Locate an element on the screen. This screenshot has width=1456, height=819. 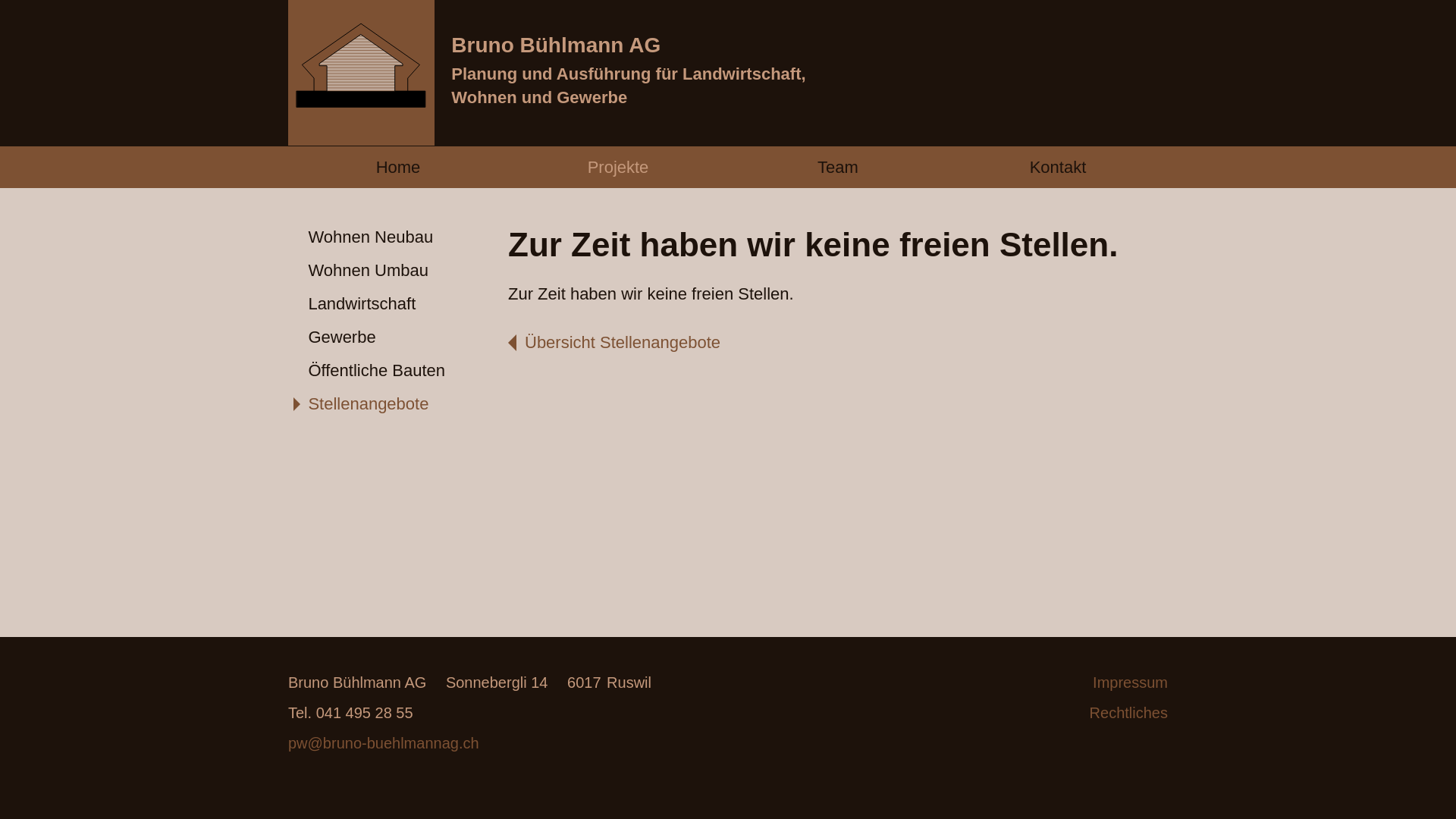
'Landwirtschaft' is located at coordinates (397, 304).